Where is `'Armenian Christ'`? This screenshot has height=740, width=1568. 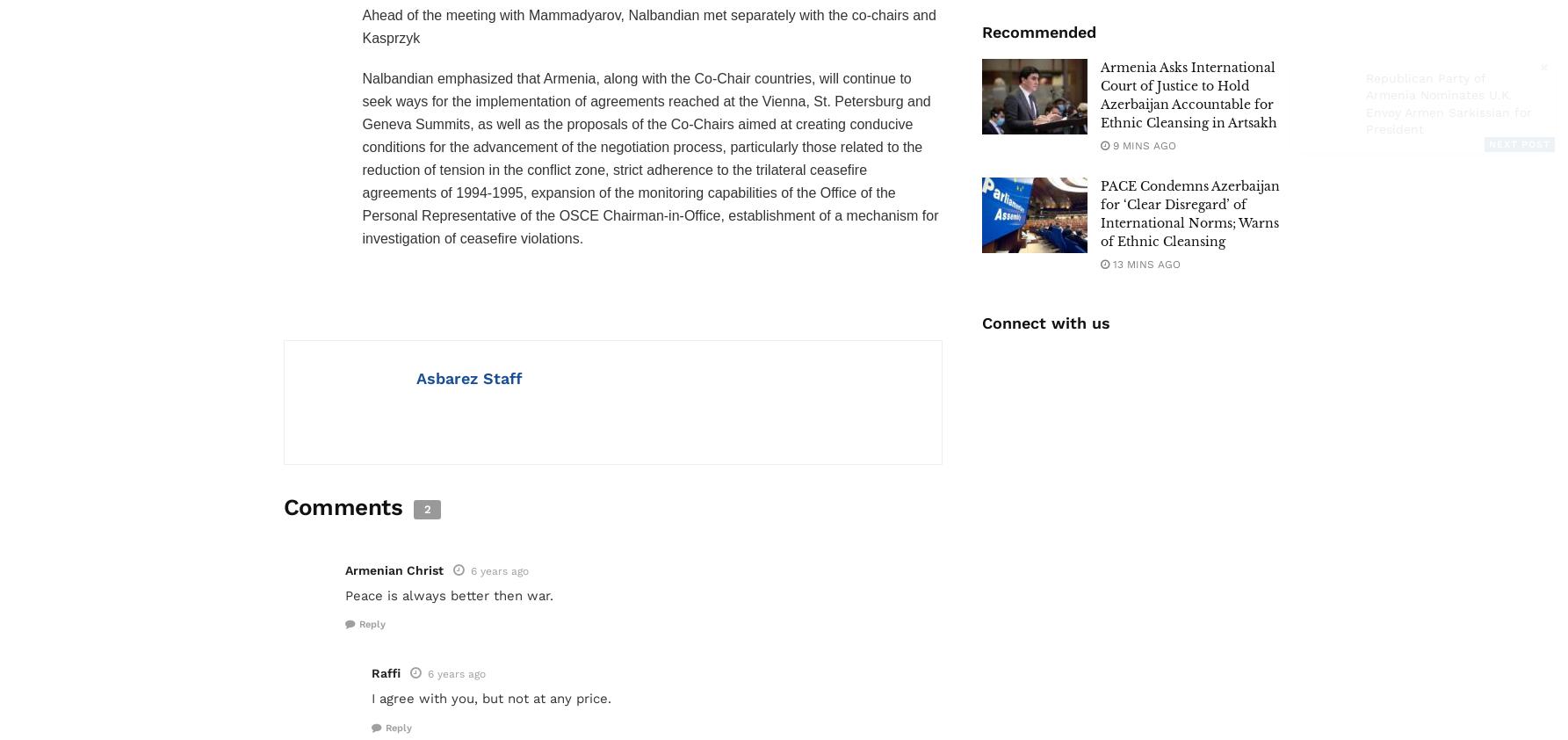 'Armenian Christ' is located at coordinates (393, 570).